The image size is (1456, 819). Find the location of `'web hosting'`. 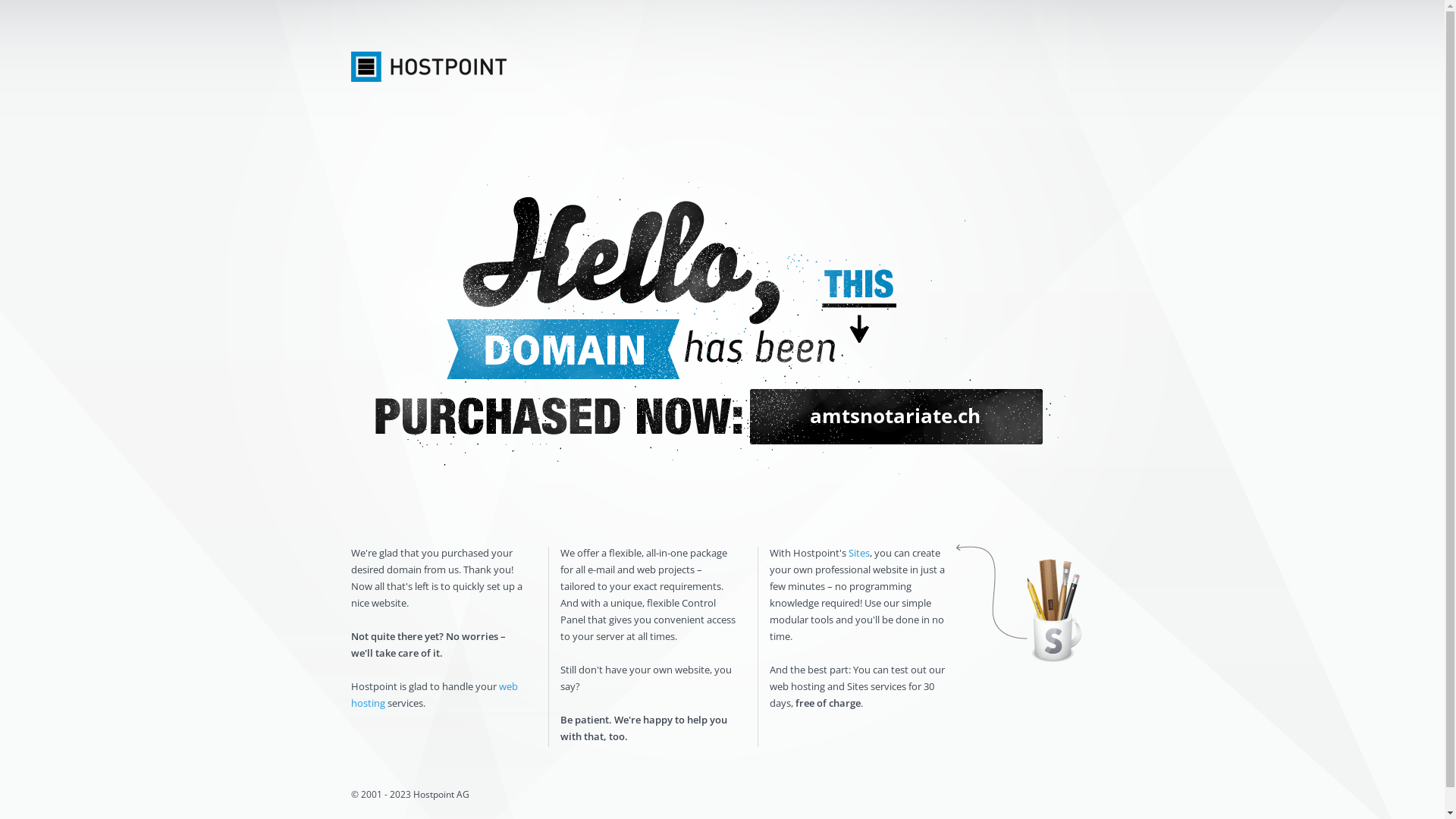

'web hosting' is located at coordinates (432, 694).